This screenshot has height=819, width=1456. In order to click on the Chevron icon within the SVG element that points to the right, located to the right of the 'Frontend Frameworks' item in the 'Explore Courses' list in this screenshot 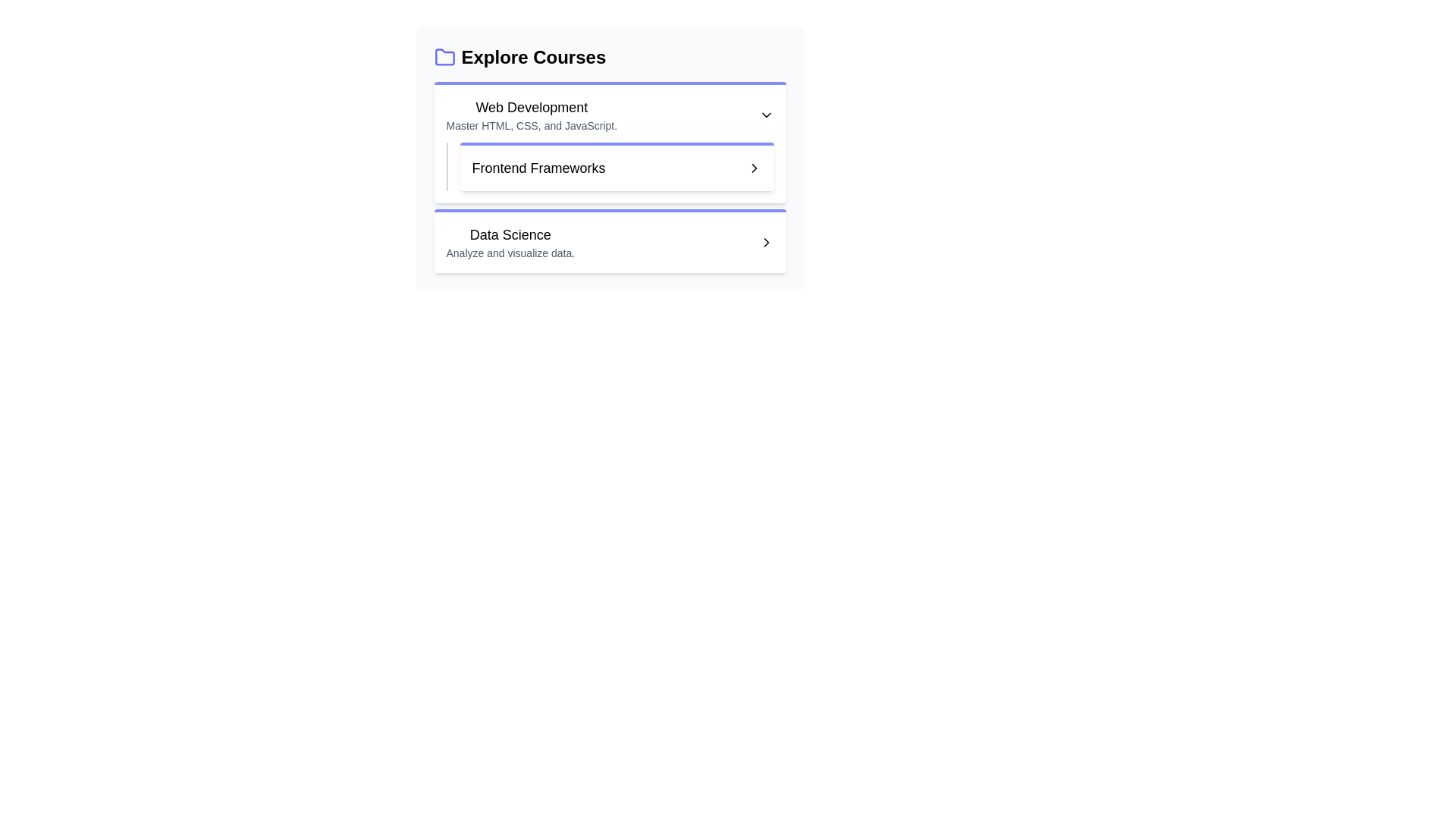, I will do `click(766, 242)`.